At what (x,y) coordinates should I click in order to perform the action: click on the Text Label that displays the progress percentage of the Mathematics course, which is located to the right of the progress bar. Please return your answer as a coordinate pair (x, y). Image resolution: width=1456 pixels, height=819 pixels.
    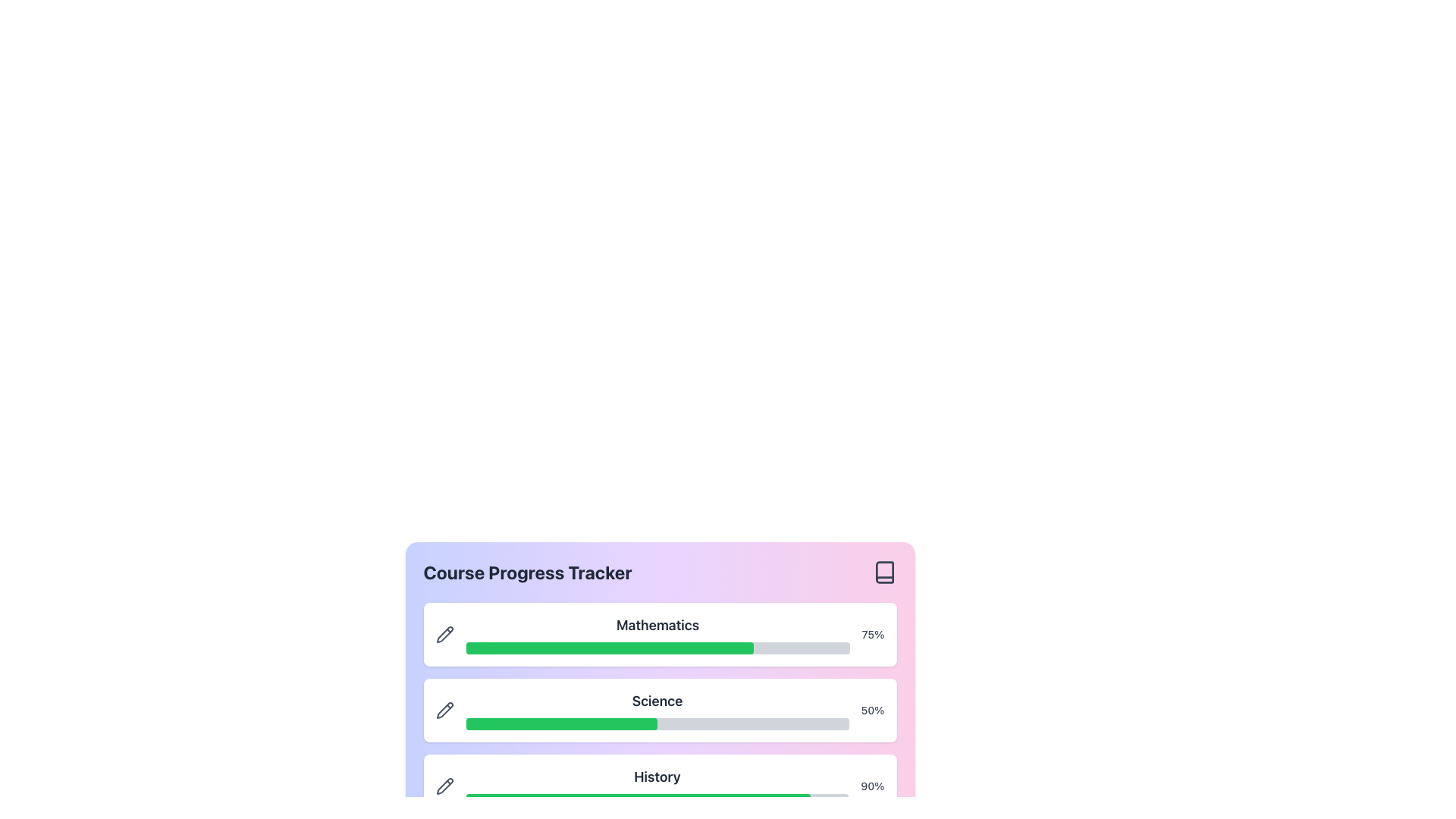
    Looking at the image, I should click on (873, 635).